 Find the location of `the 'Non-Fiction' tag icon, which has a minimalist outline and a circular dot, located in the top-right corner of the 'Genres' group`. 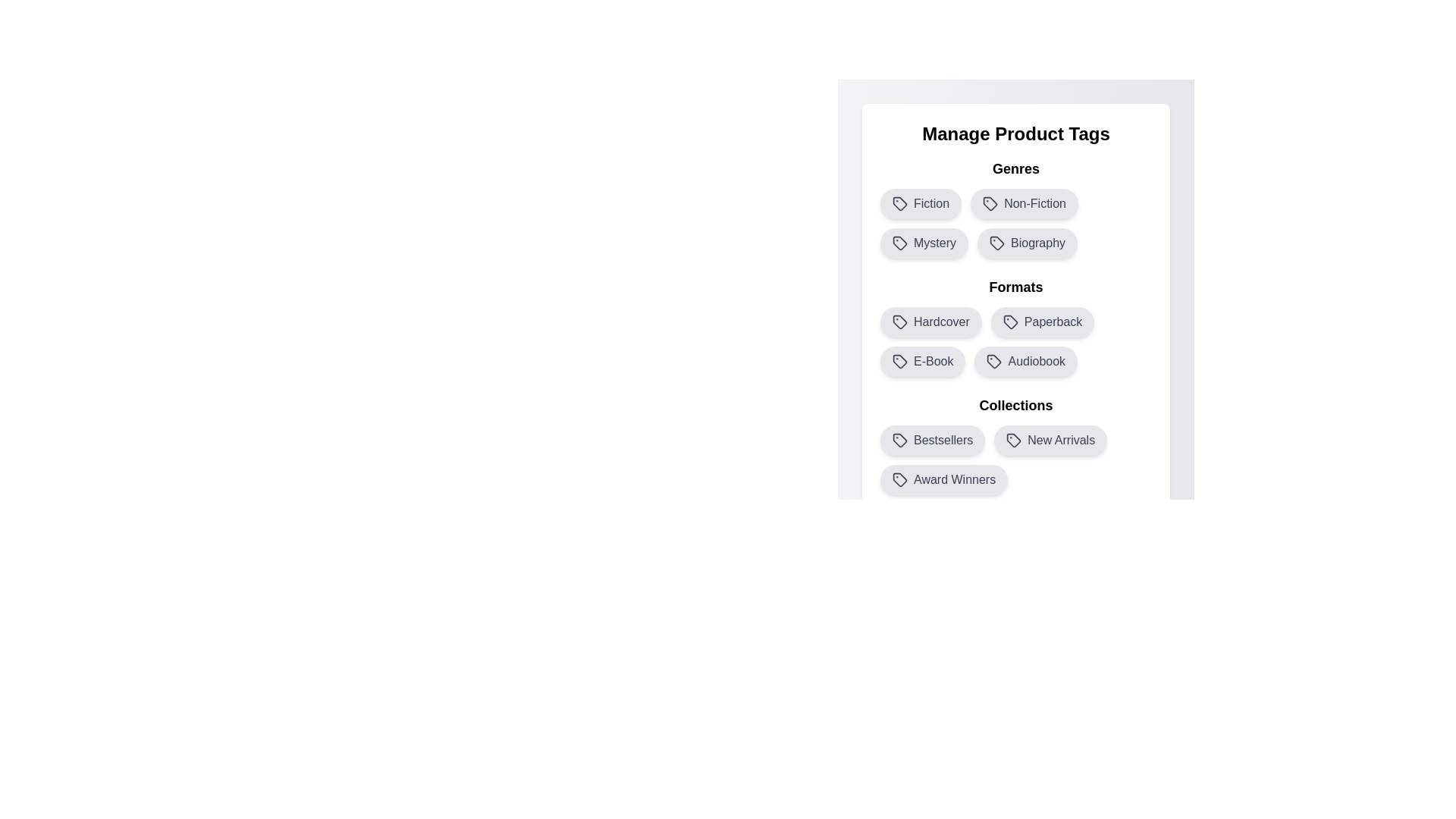

the 'Non-Fiction' tag icon, which has a minimalist outline and a circular dot, located in the top-right corner of the 'Genres' group is located at coordinates (990, 202).